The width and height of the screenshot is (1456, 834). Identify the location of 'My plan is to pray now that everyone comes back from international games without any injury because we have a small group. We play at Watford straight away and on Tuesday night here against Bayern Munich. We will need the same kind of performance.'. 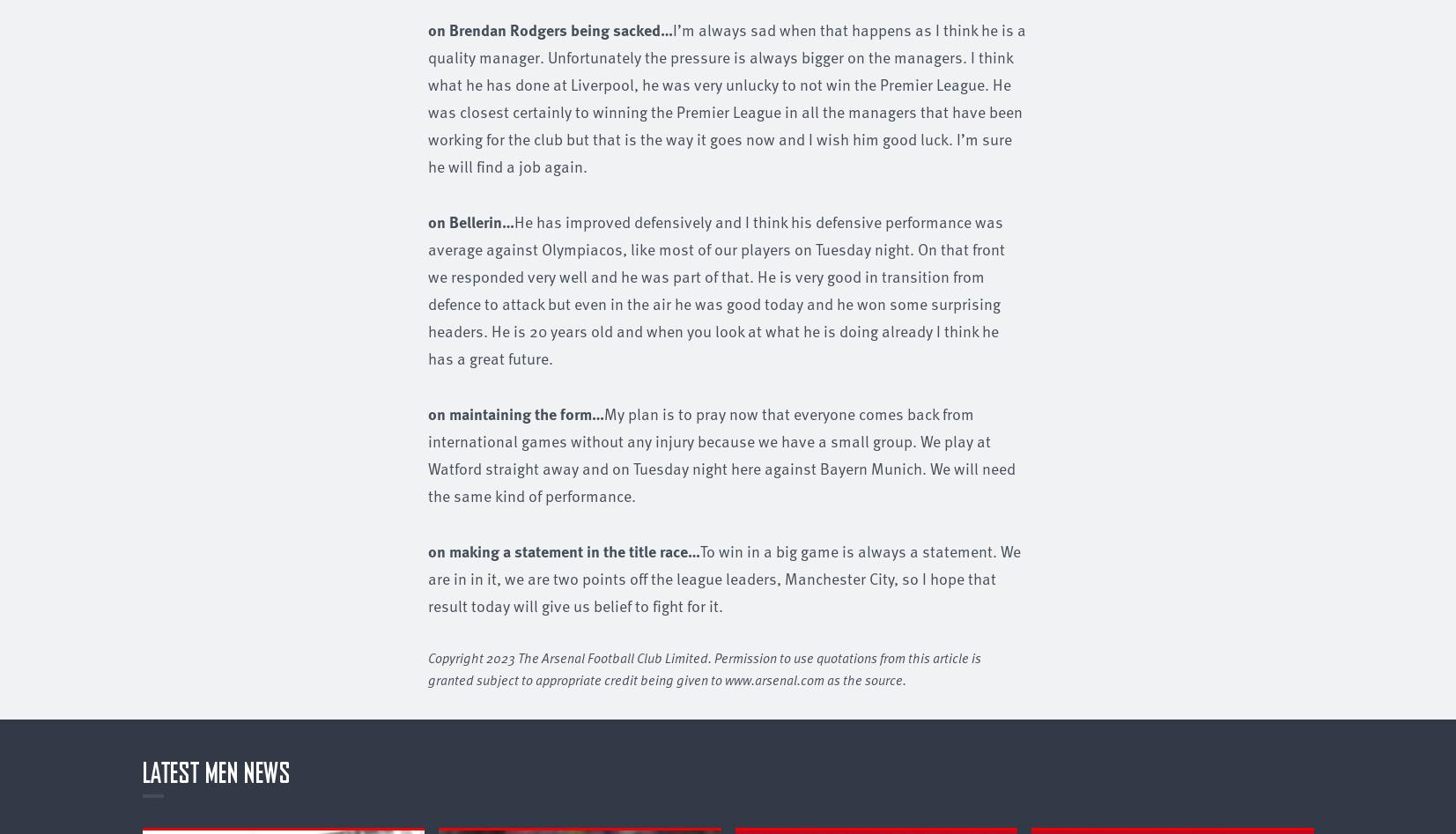
(721, 452).